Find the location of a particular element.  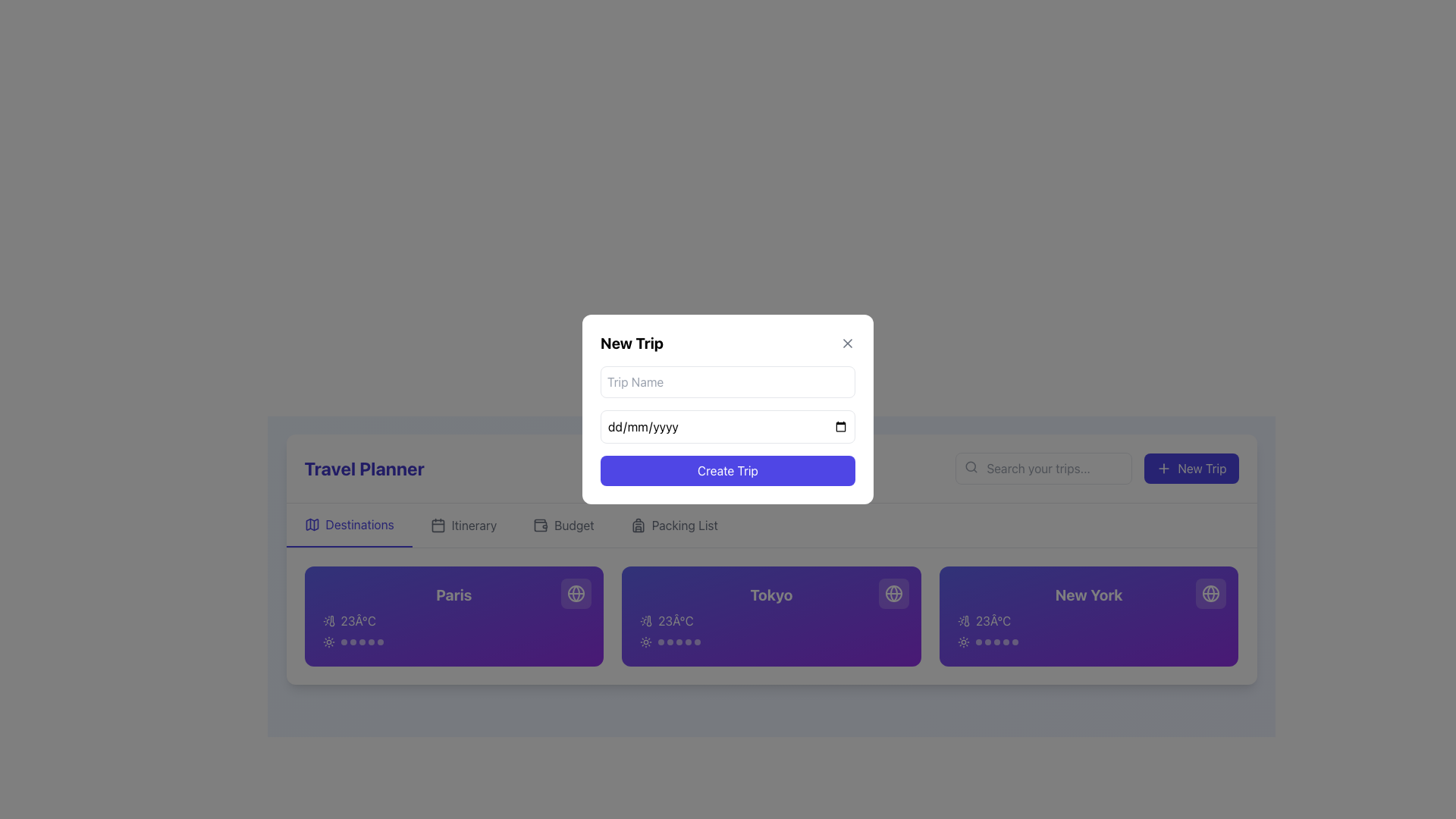

the close button represented as an 'X' icon in a square is located at coordinates (847, 343).